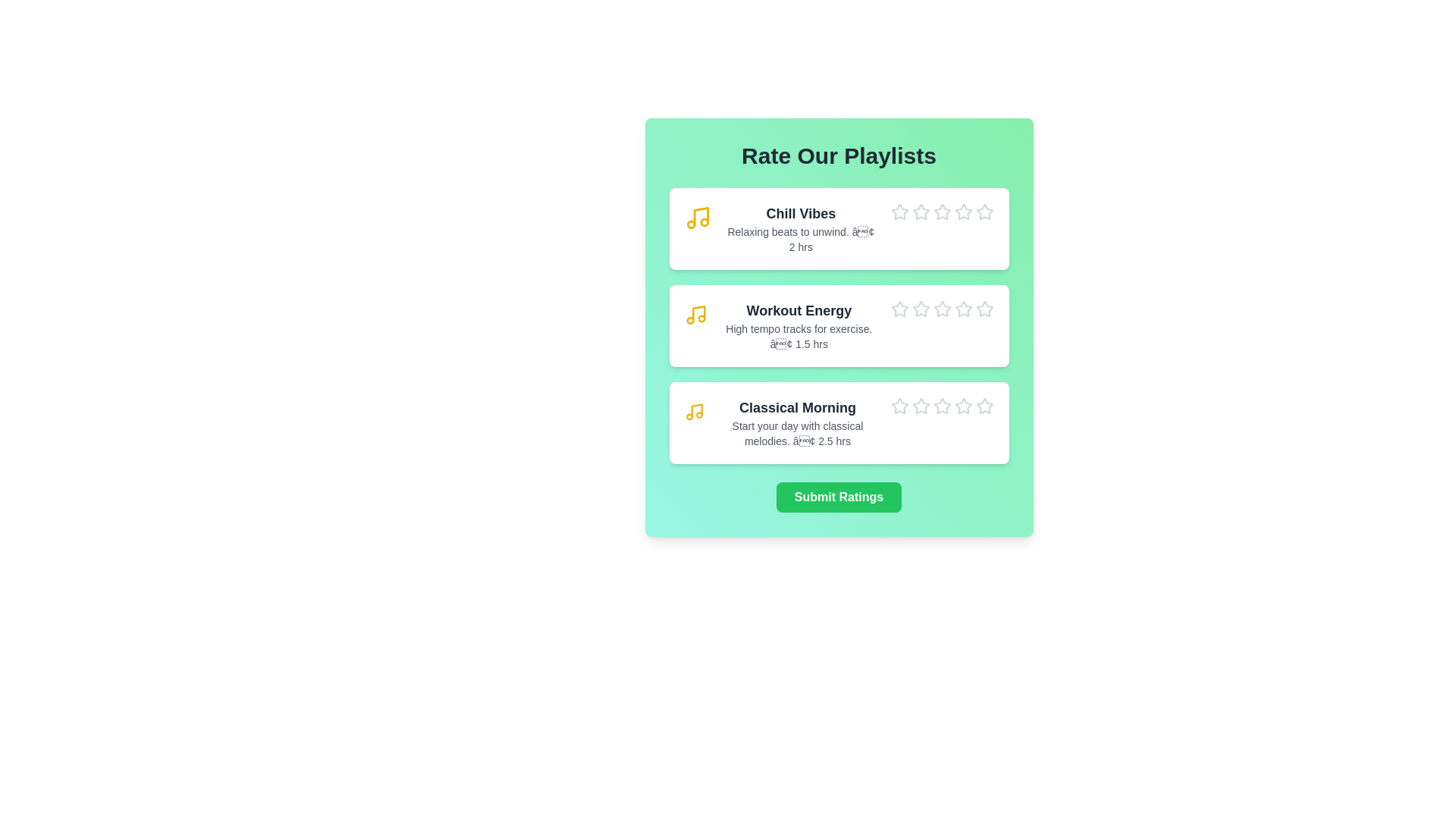 This screenshot has height=819, width=1456. Describe the element at coordinates (953, 397) in the screenshot. I see `the star icon corresponding to 4 stars for the playlist Classical Morning` at that location.